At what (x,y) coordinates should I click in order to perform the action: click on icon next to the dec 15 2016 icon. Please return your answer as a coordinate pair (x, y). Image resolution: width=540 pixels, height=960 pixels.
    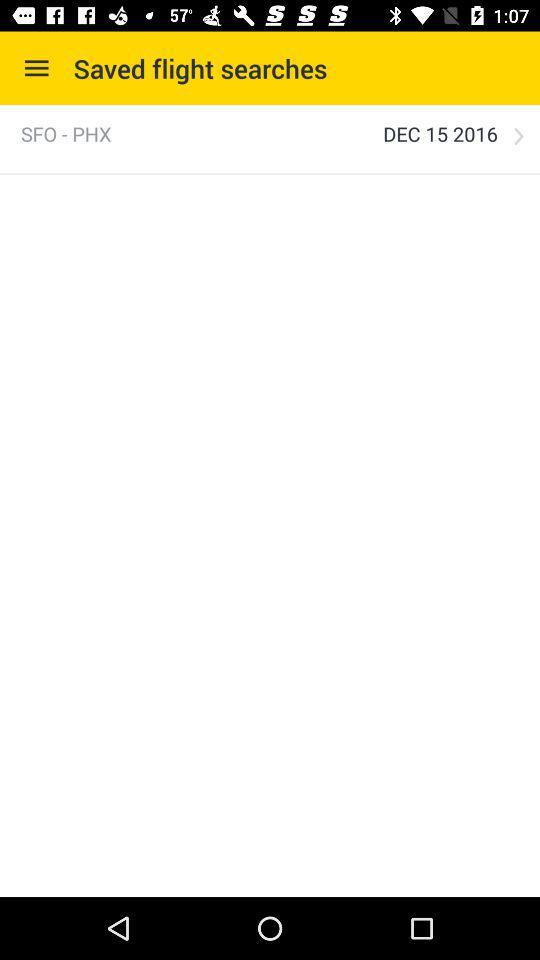
    Looking at the image, I should click on (518, 135).